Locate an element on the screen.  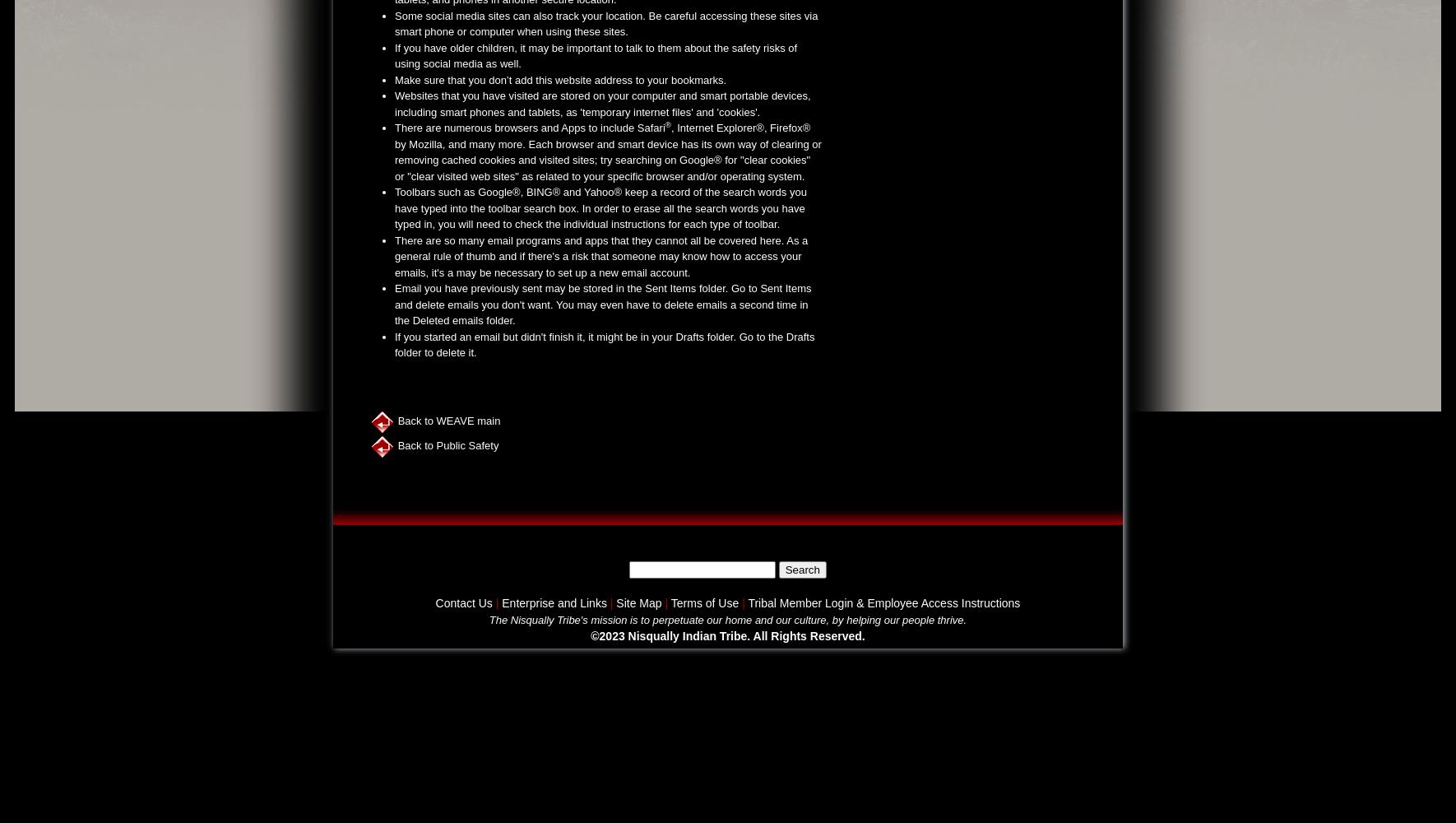
'Some social media sites can also track your location. Be careful accessing these sites via smart phone or computer when using these sites.' is located at coordinates (395, 23).